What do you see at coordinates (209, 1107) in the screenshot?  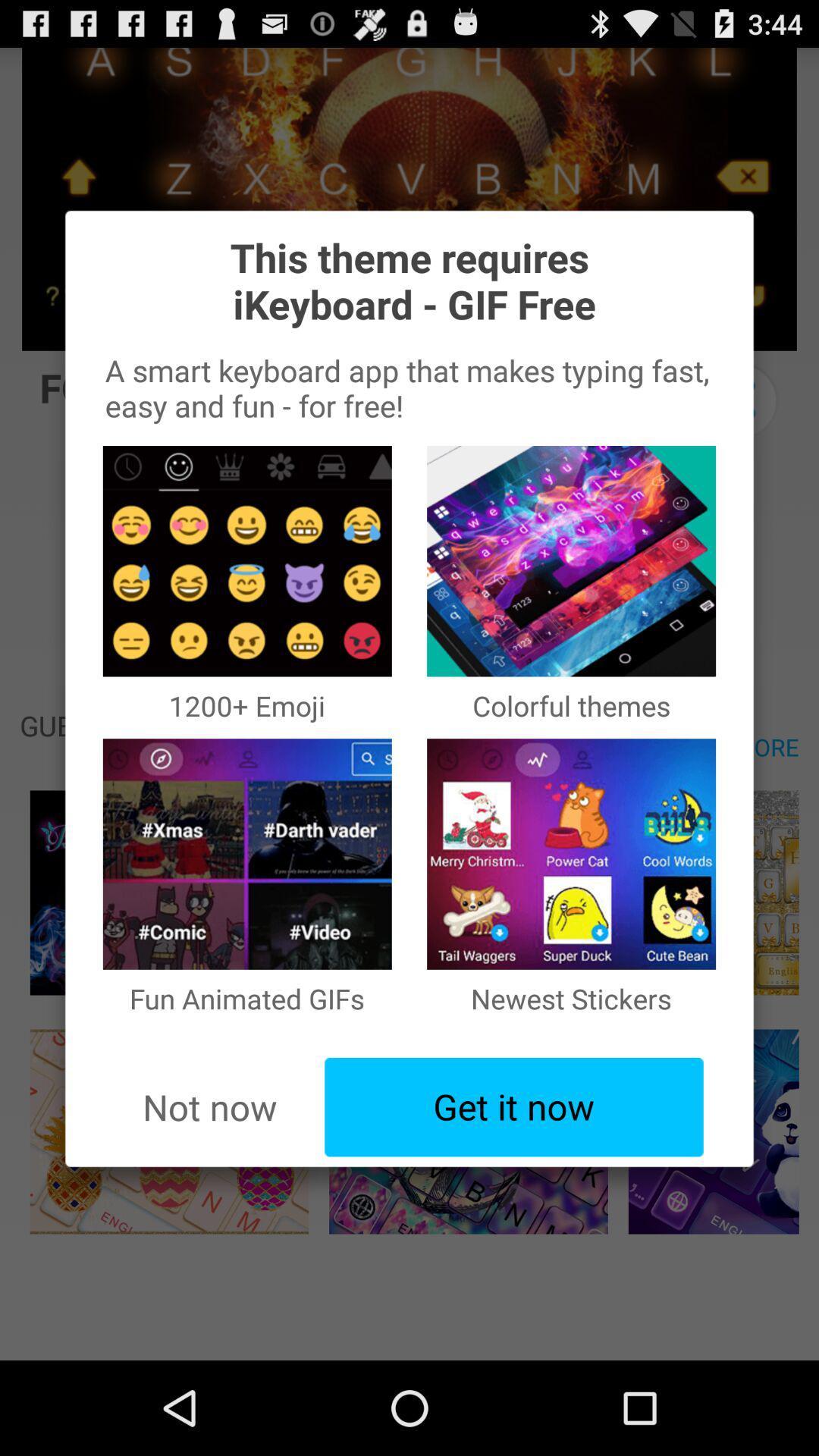 I see `icon to the left of the get it now button` at bounding box center [209, 1107].